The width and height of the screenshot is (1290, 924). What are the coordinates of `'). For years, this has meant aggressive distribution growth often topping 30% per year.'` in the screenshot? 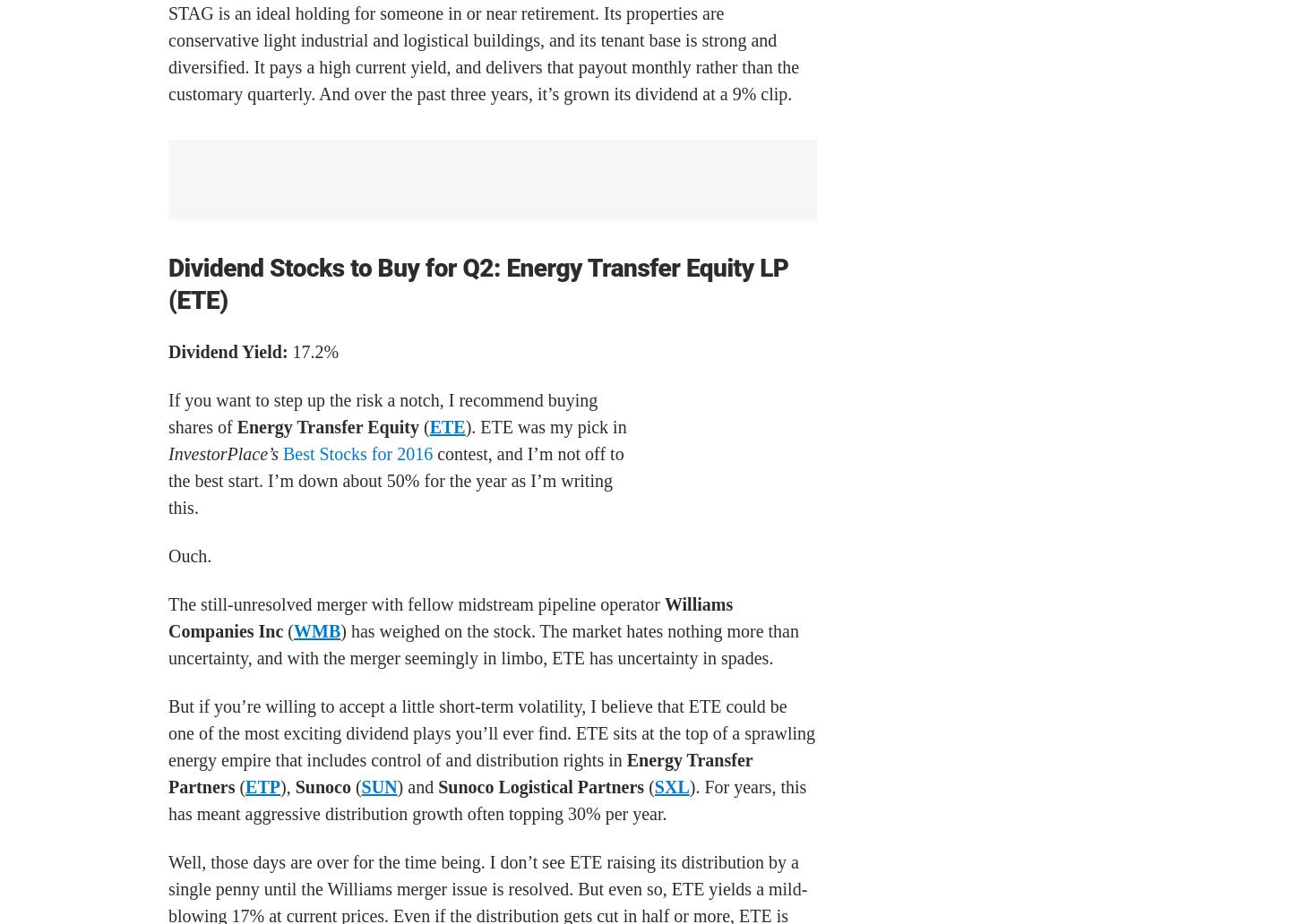 It's located at (487, 800).